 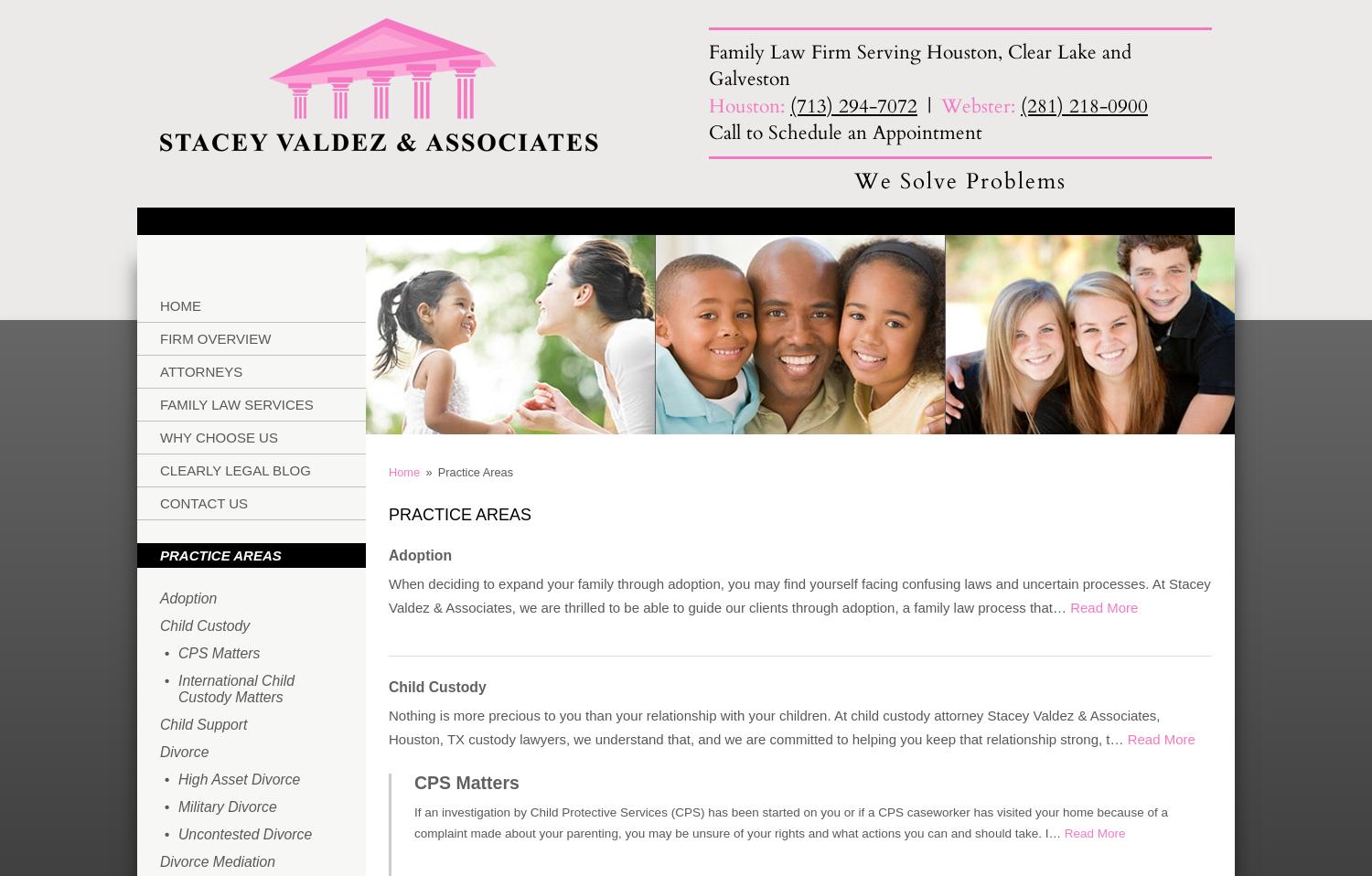 What do you see at coordinates (183, 751) in the screenshot?
I see `'Divorce'` at bounding box center [183, 751].